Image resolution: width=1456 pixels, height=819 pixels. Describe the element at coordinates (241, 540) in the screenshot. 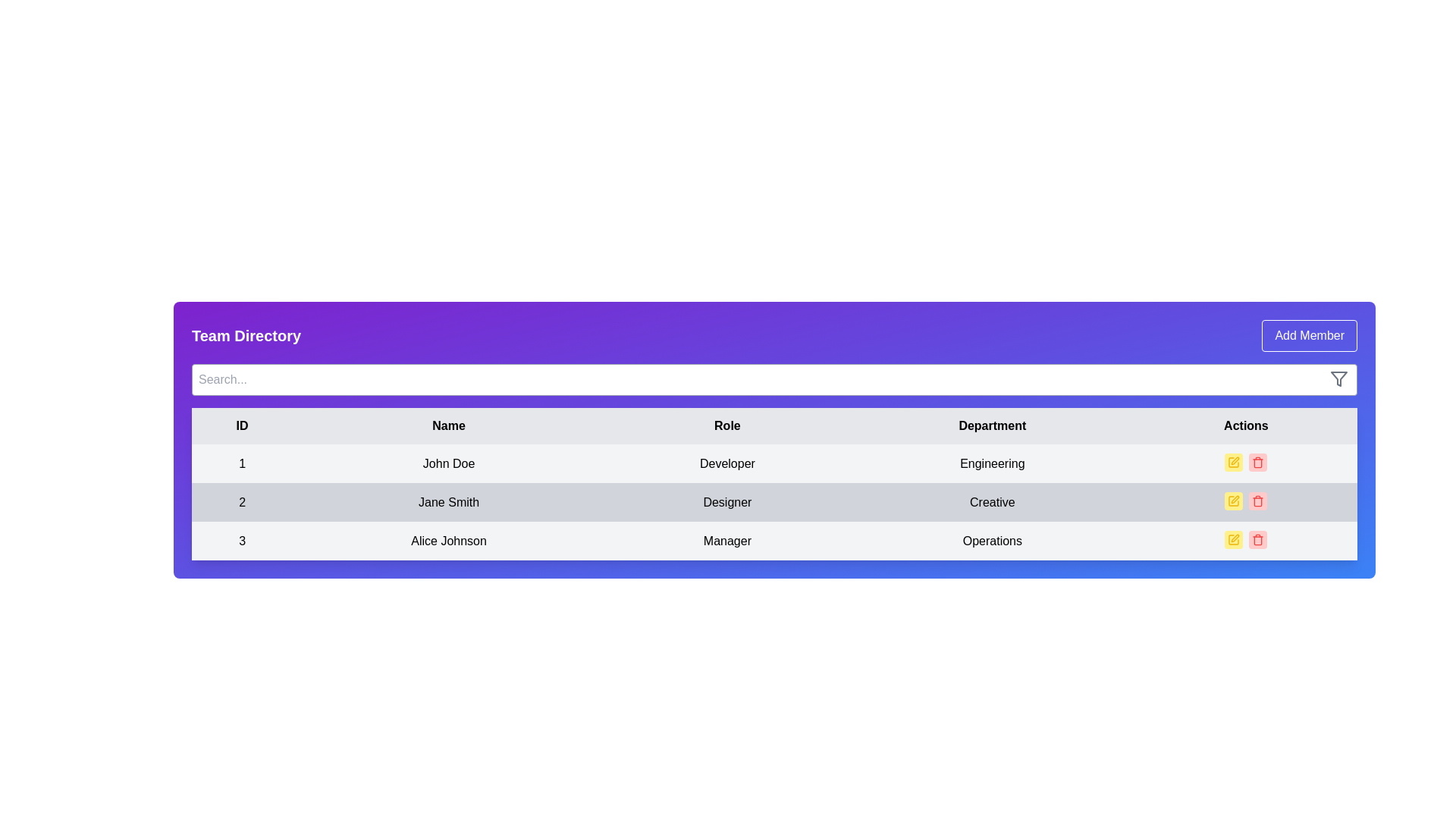

I see `the cell containing the number '3' in the 'ID' column of the fourth row in the 'Team Directory' section` at that location.